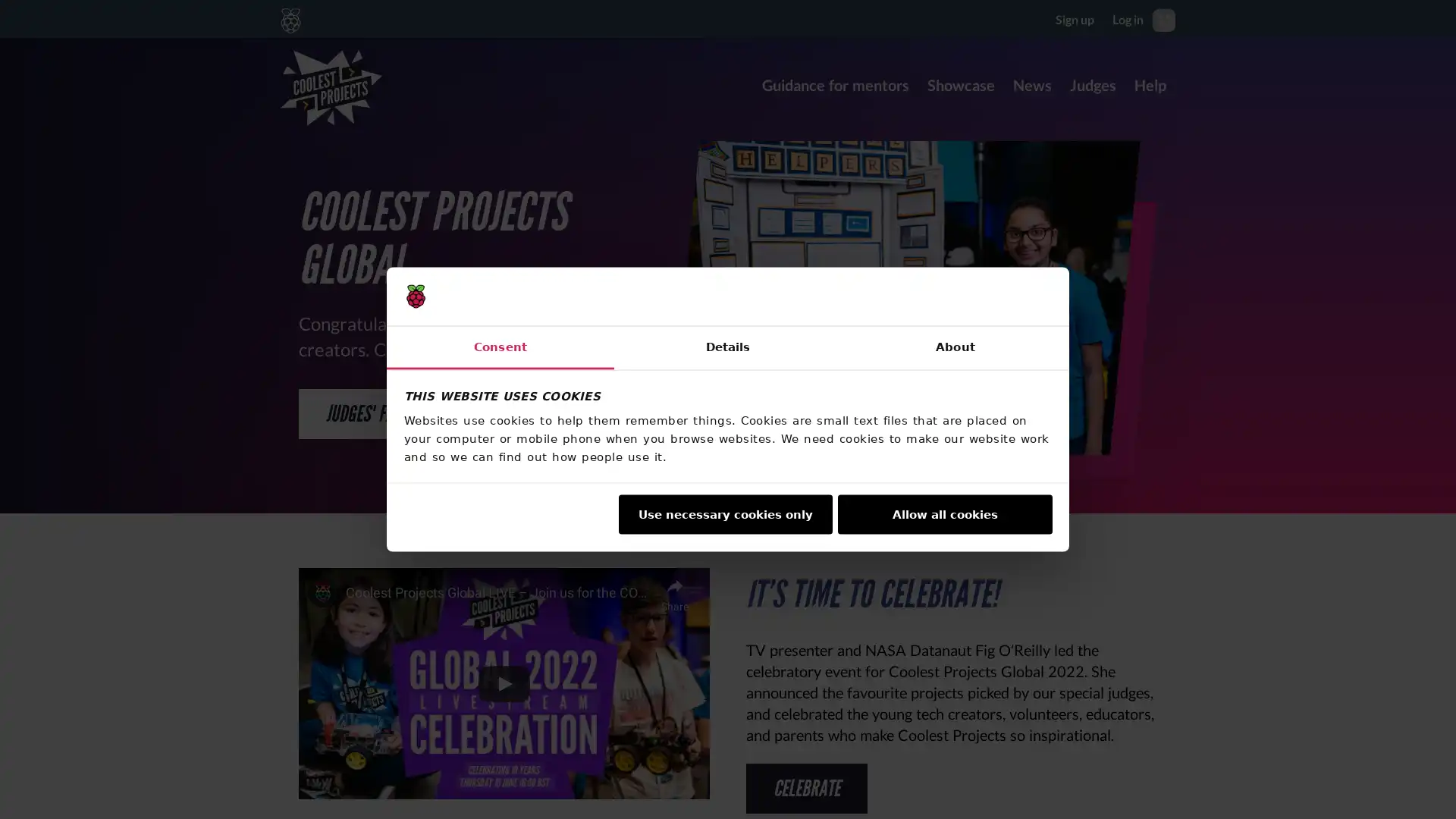 This screenshot has height=819, width=1456. I want to click on Allow all cookies, so click(944, 513).